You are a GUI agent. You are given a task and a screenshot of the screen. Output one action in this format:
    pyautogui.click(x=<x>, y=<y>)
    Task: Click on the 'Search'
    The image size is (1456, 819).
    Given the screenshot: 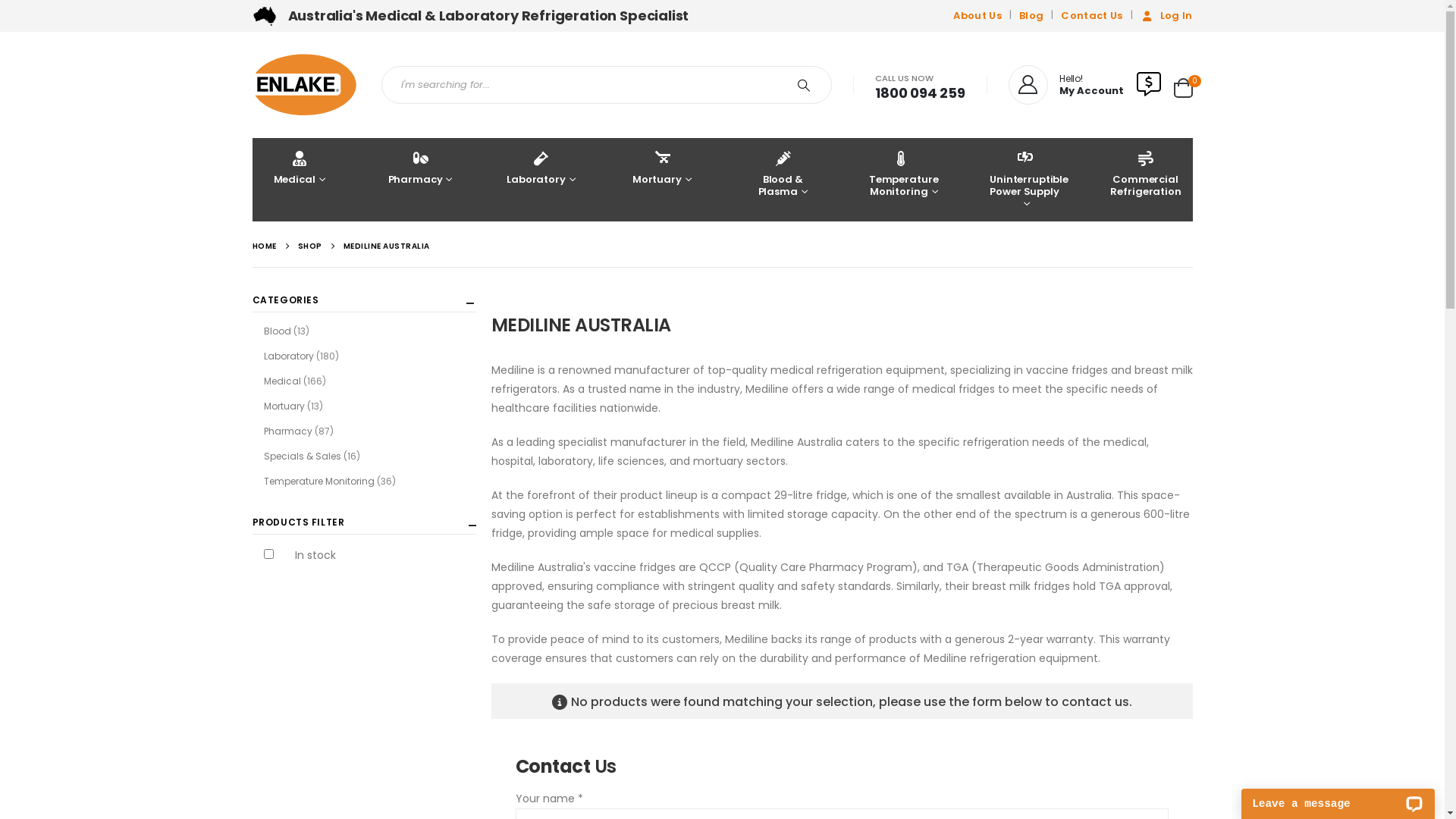 What is the action you would take?
    pyautogui.click(x=783, y=84)
    